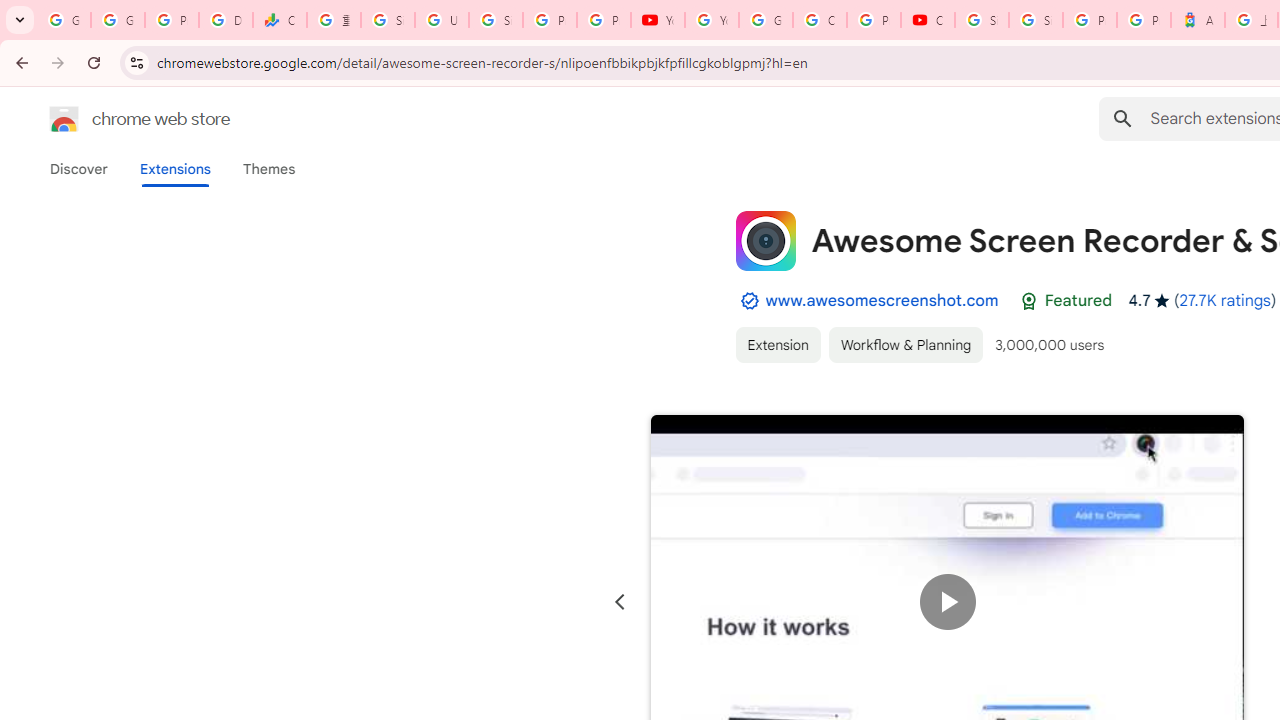 Image resolution: width=1280 pixels, height=720 pixels. I want to click on 'By Established Publisher Badge', so click(748, 301).